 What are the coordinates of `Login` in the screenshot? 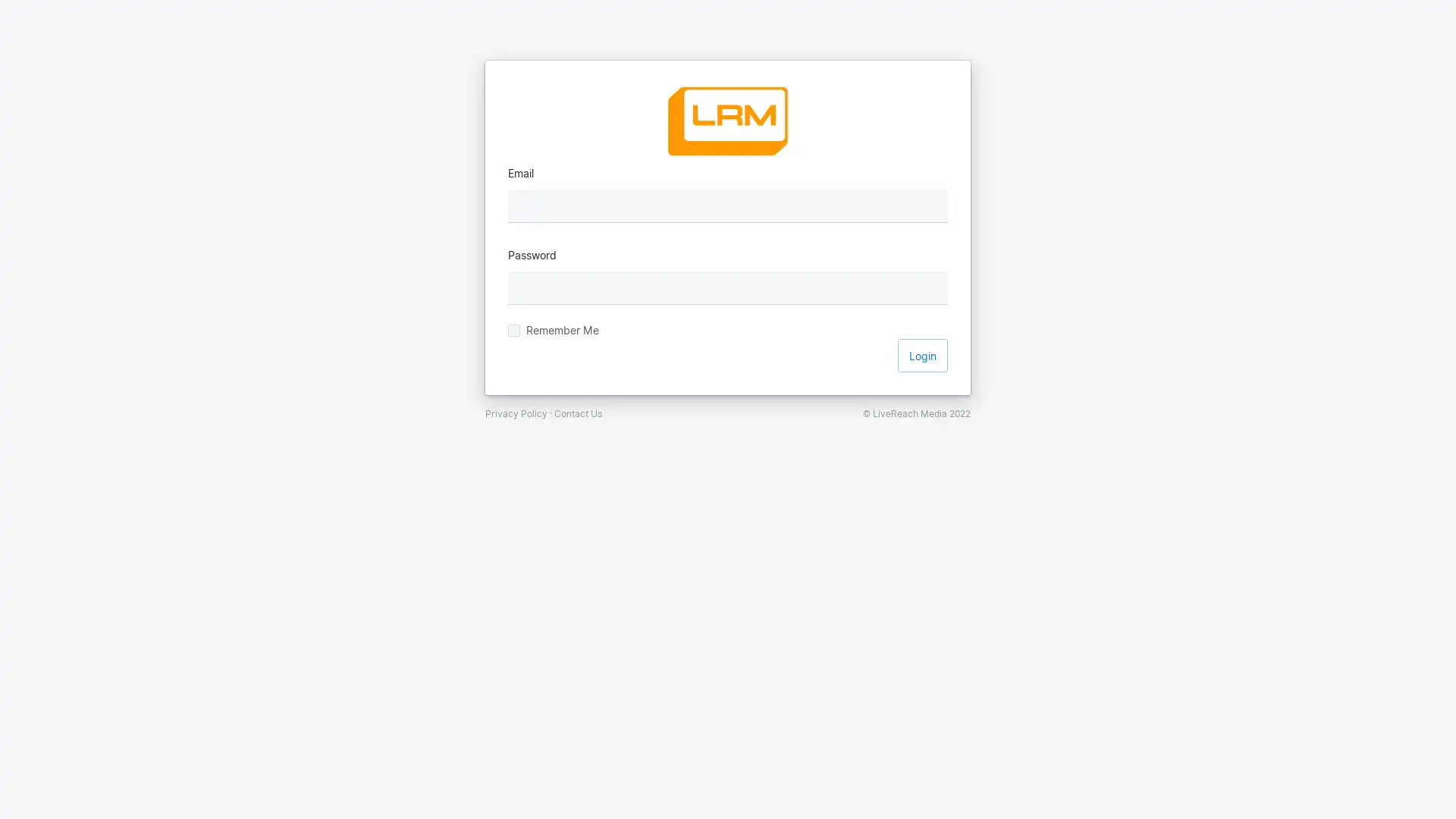 It's located at (921, 354).